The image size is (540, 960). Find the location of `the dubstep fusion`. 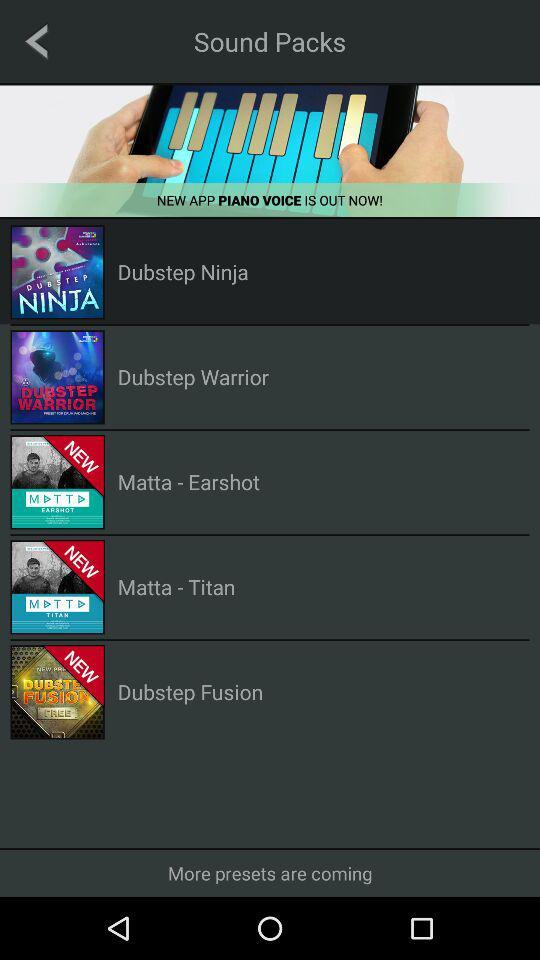

the dubstep fusion is located at coordinates (190, 691).